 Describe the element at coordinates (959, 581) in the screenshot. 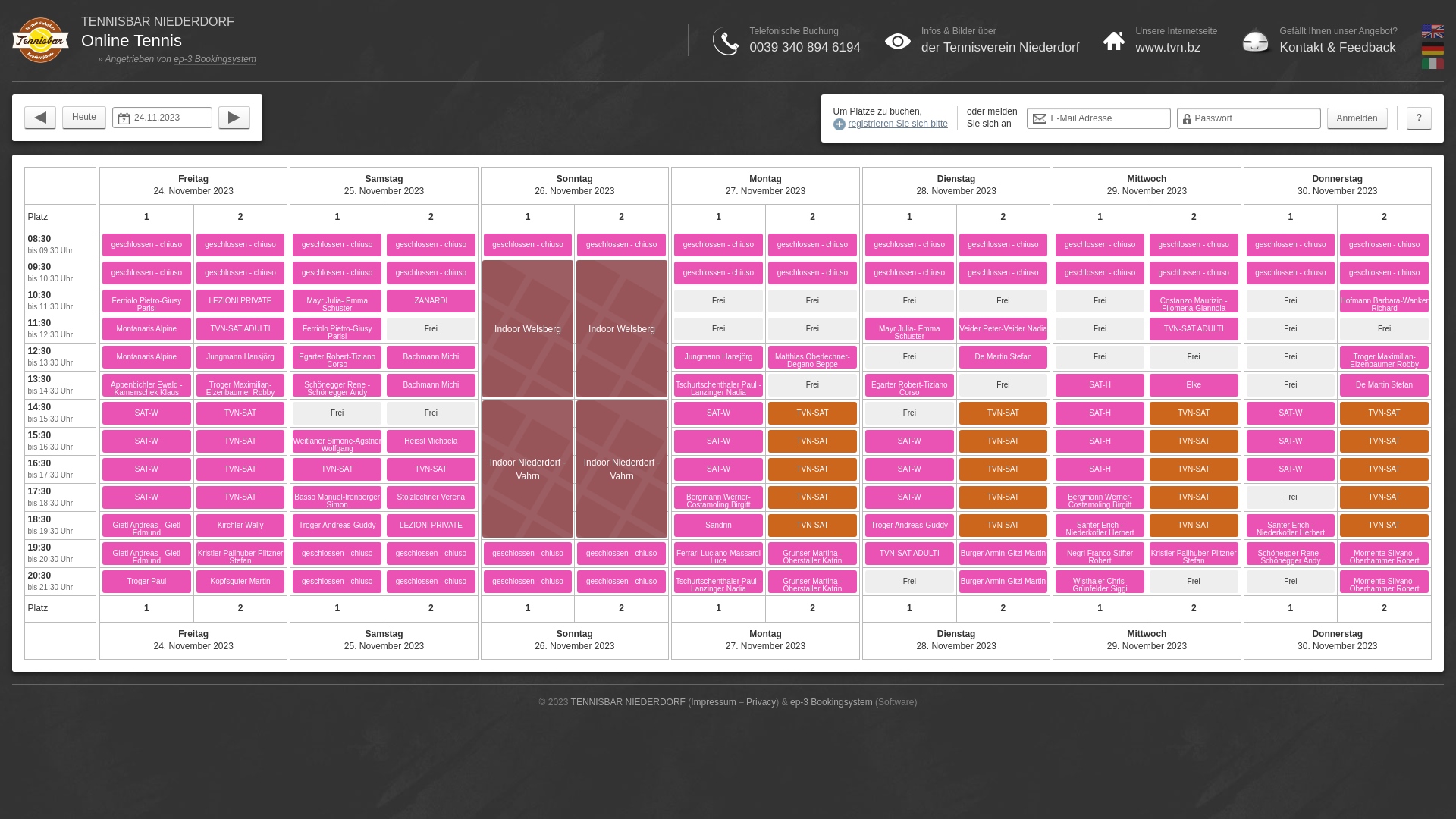

I see `'Burger Armin-Gitzl Martin'` at that location.